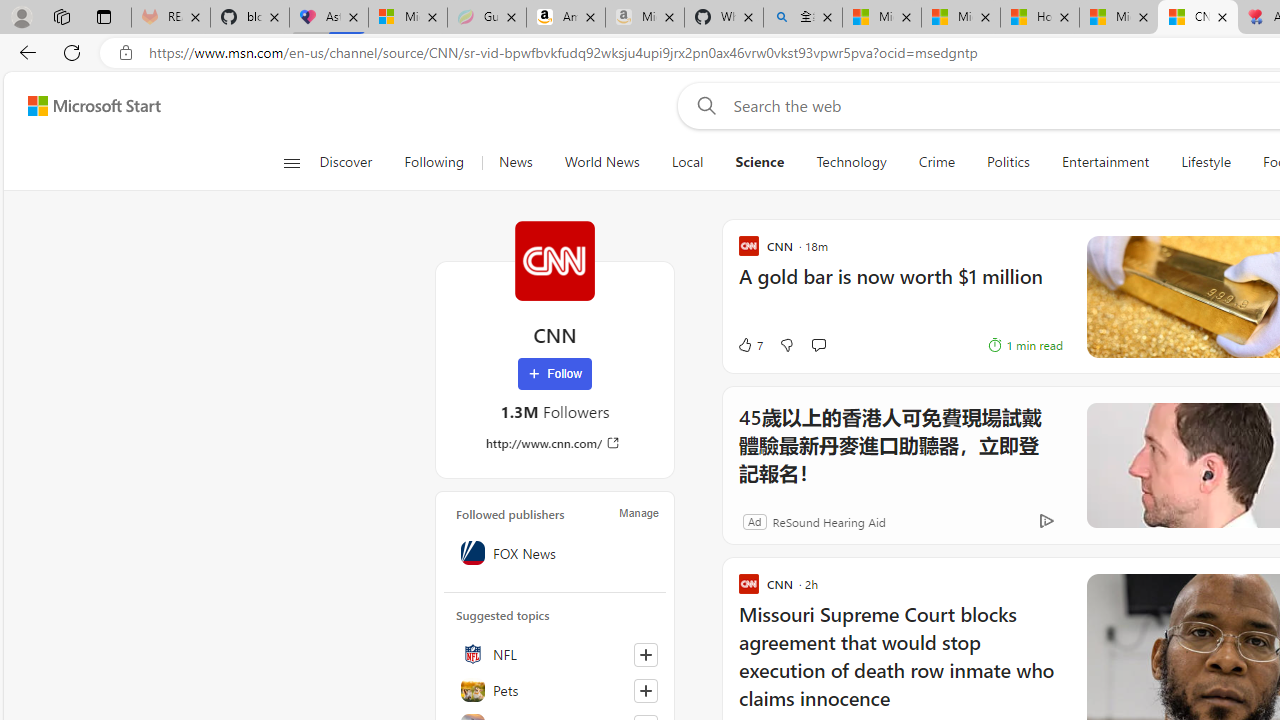  Describe the element at coordinates (851, 162) in the screenshot. I see `'Technology'` at that location.